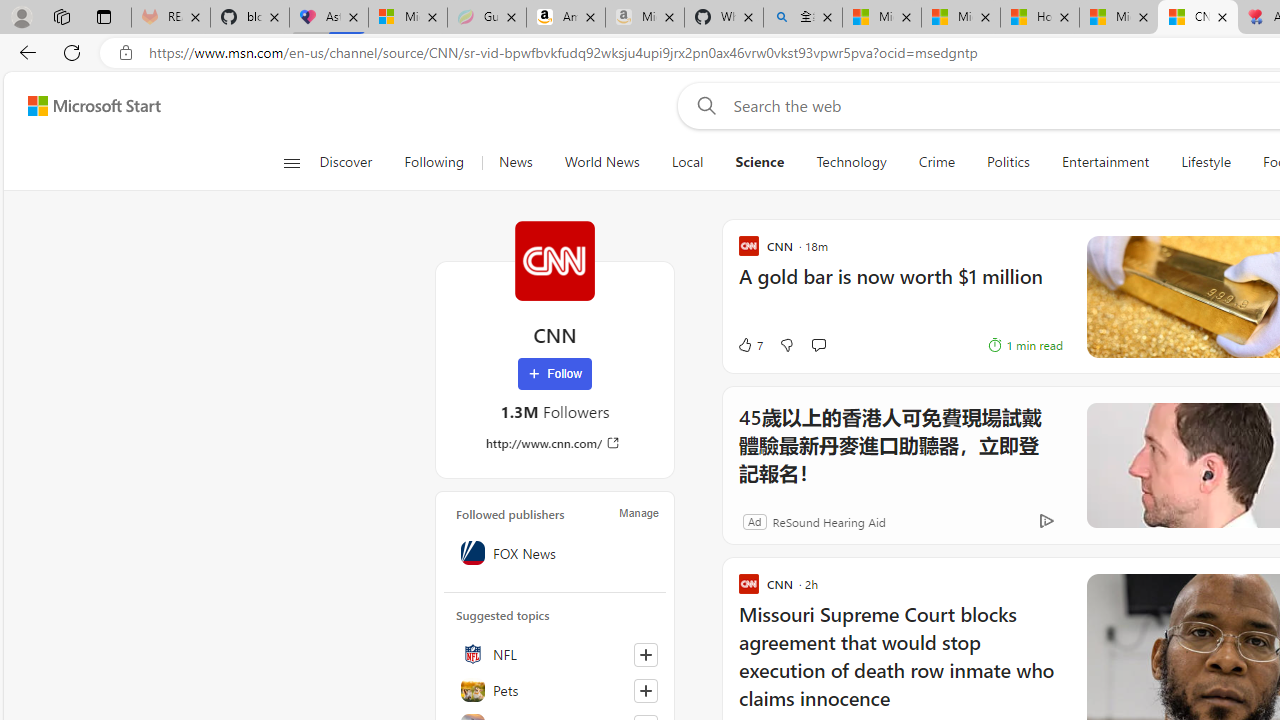  Describe the element at coordinates (851, 162) in the screenshot. I see `'Technology'` at that location.